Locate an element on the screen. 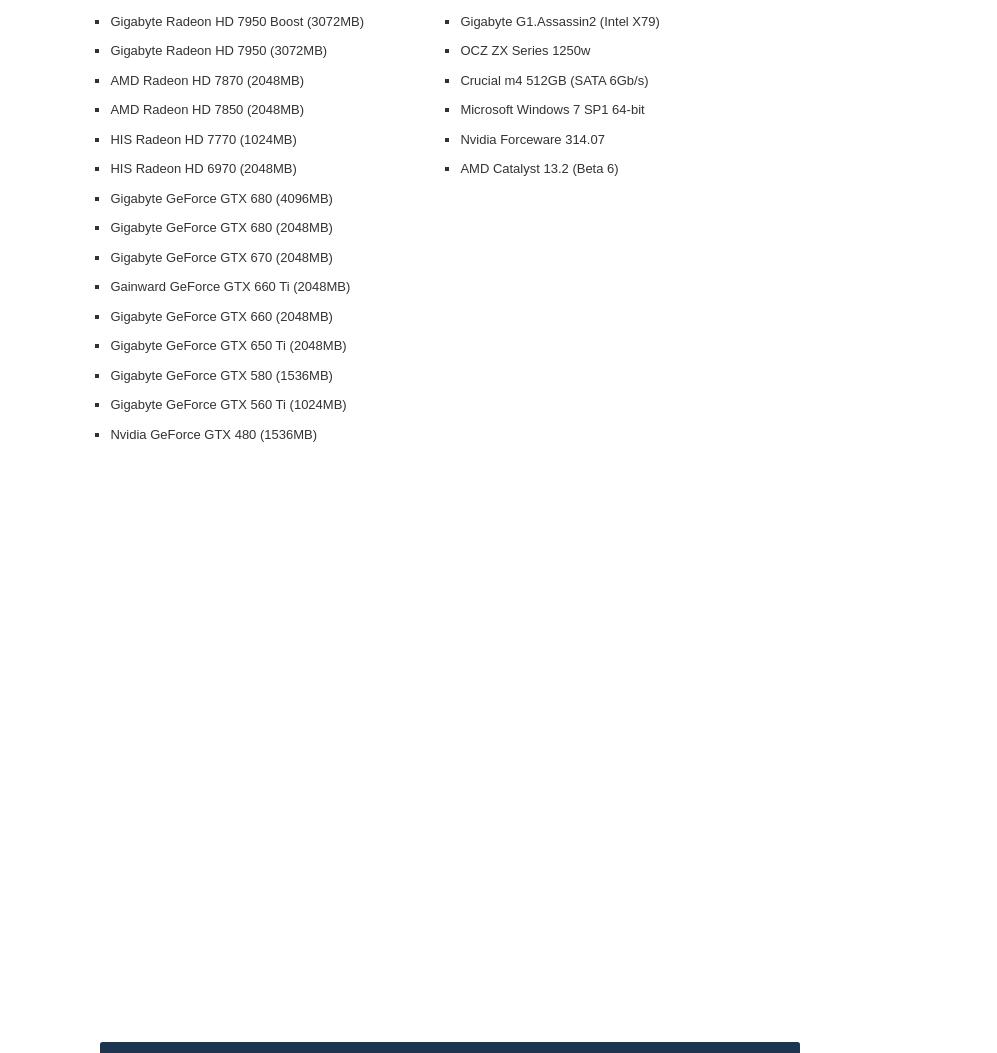 The image size is (997, 1053). 'AMD Radeon HD 7850 (2048MB)' is located at coordinates (206, 109).